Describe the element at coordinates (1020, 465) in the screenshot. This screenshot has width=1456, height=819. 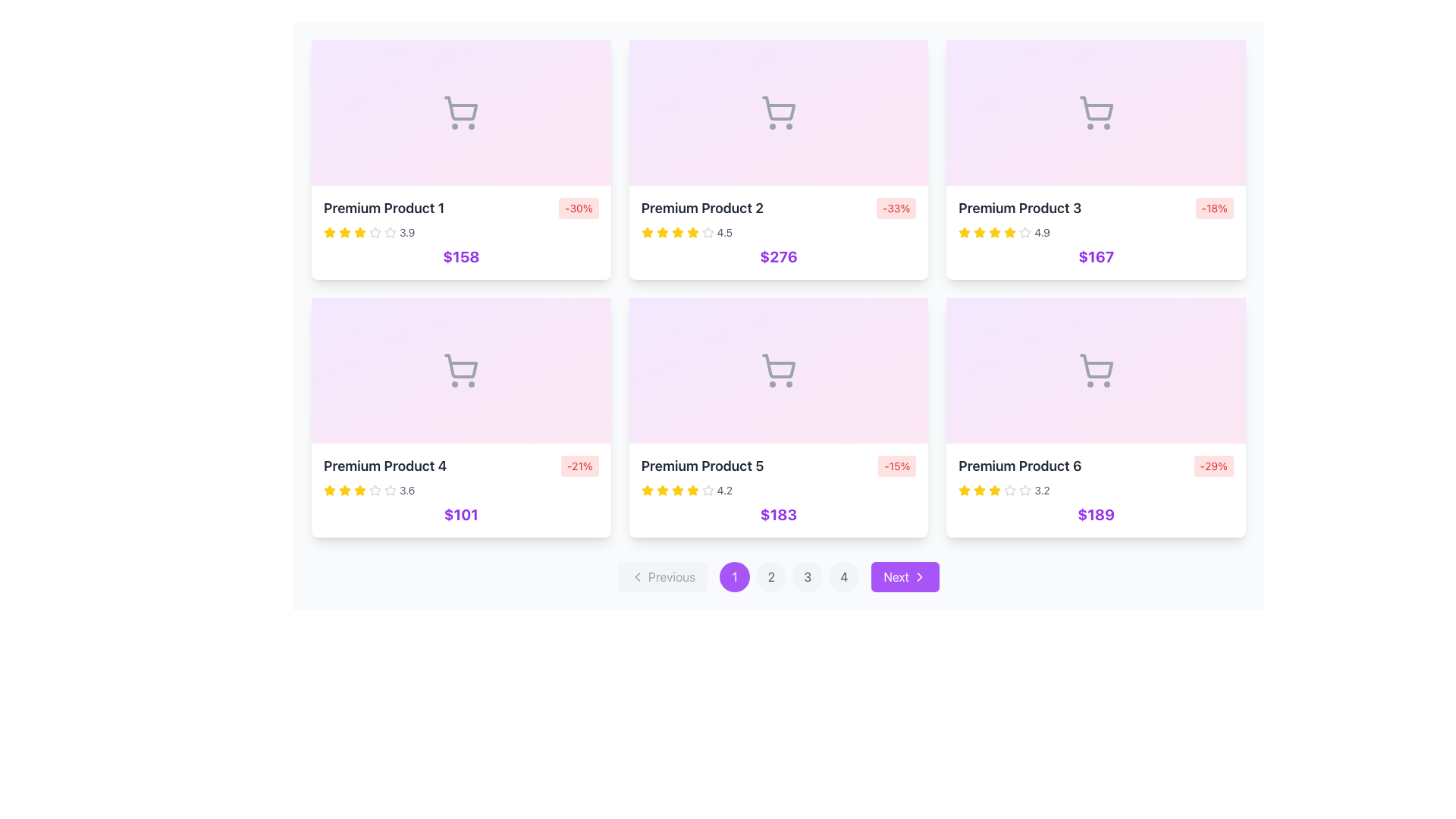
I see `the text label displaying 'Premium Product 6' to associate the text with the product attributes` at that location.